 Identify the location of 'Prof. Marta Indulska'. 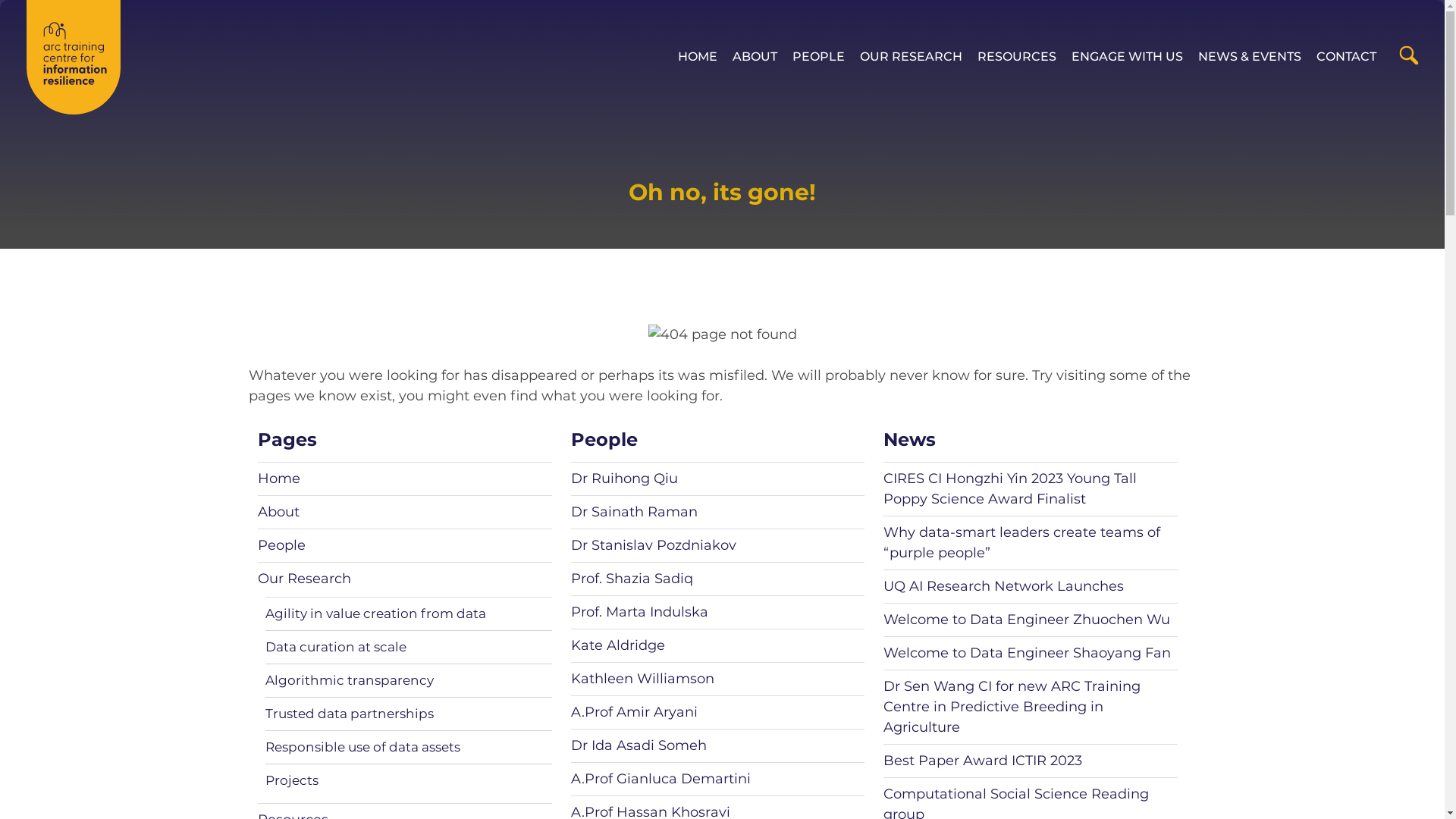
(639, 610).